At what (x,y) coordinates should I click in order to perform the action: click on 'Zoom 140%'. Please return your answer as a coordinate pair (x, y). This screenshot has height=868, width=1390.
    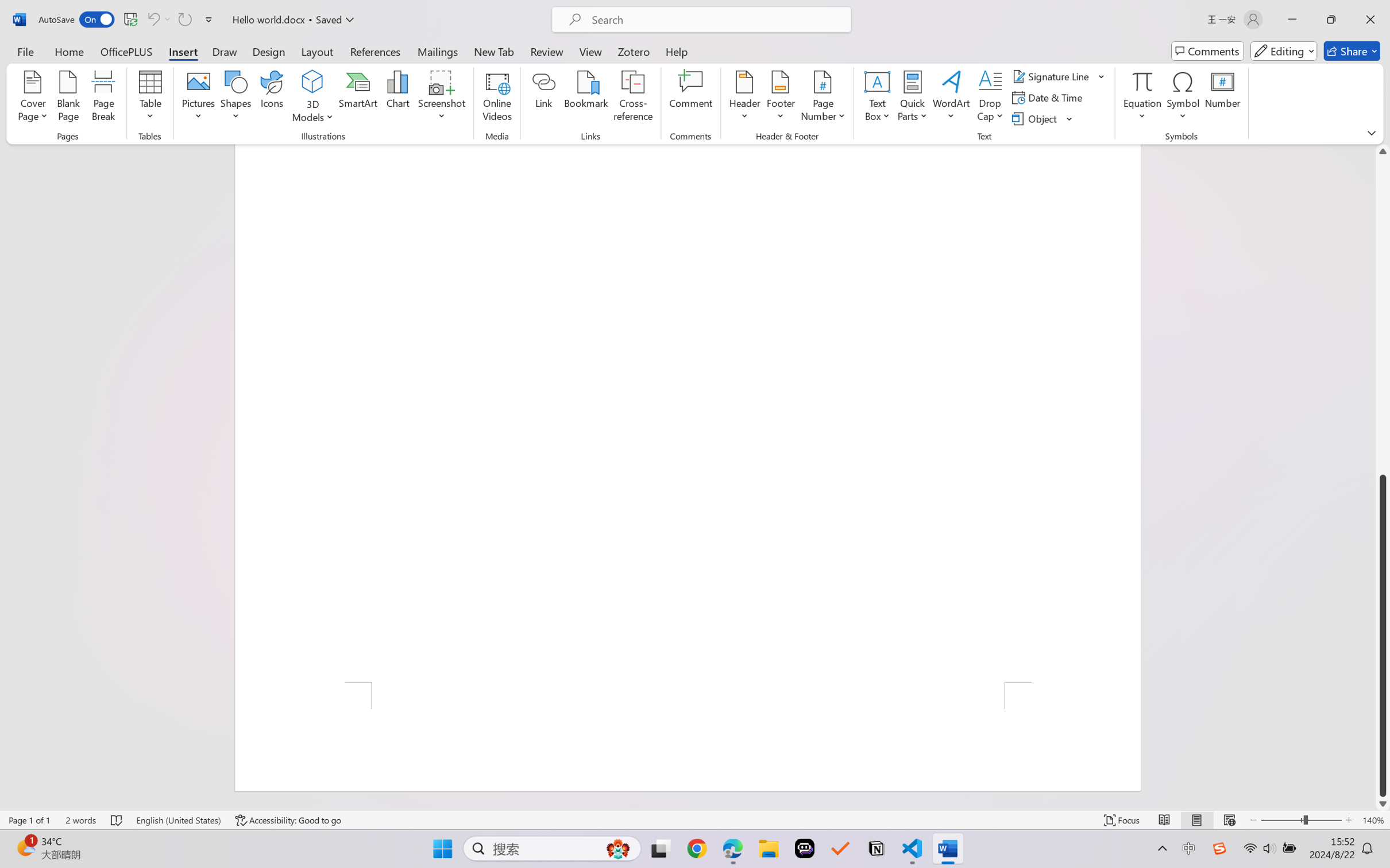
    Looking at the image, I should click on (1373, 820).